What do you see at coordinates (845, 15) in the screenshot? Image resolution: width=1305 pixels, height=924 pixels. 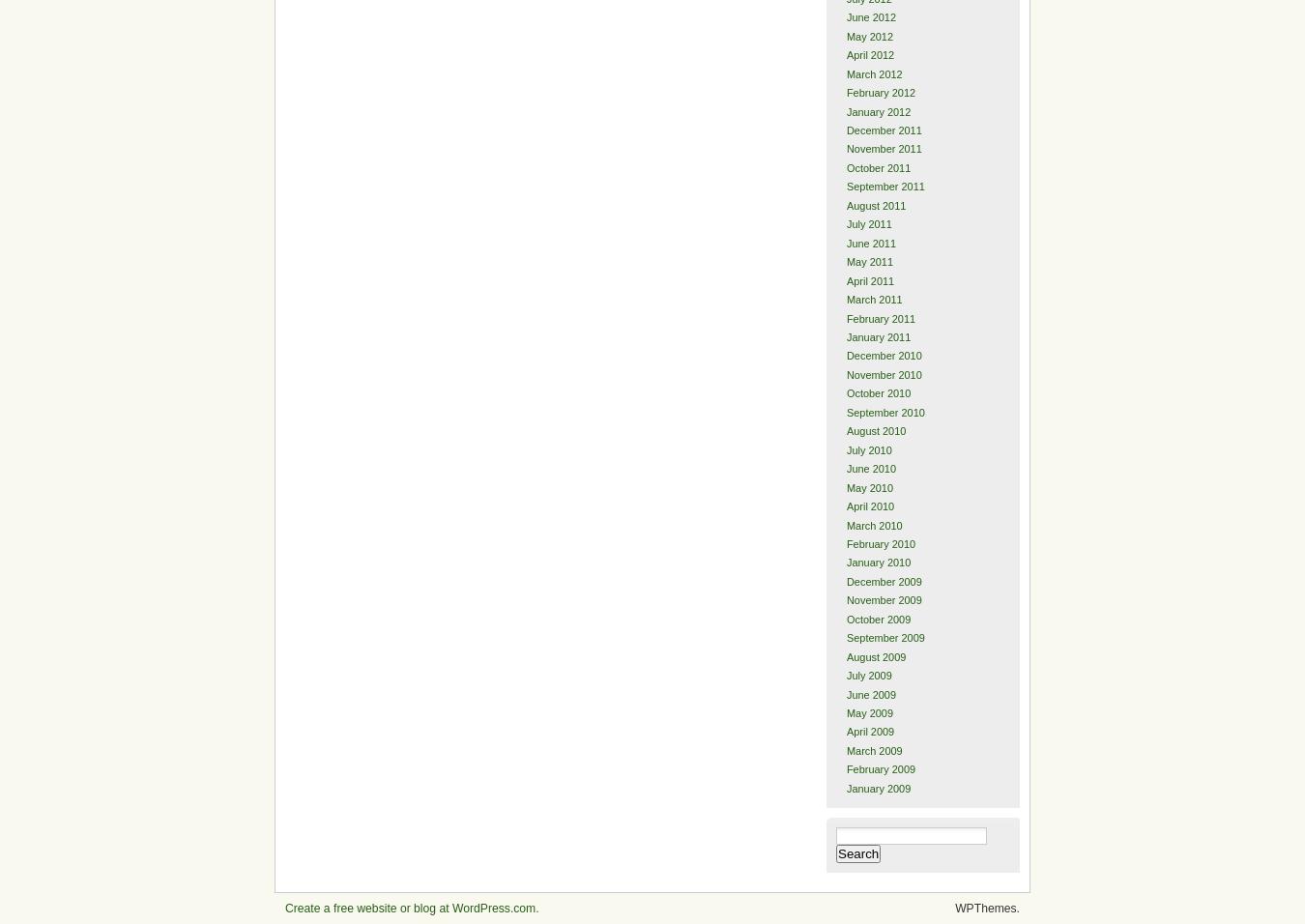 I see `'June 2012'` at bounding box center [845, 15].